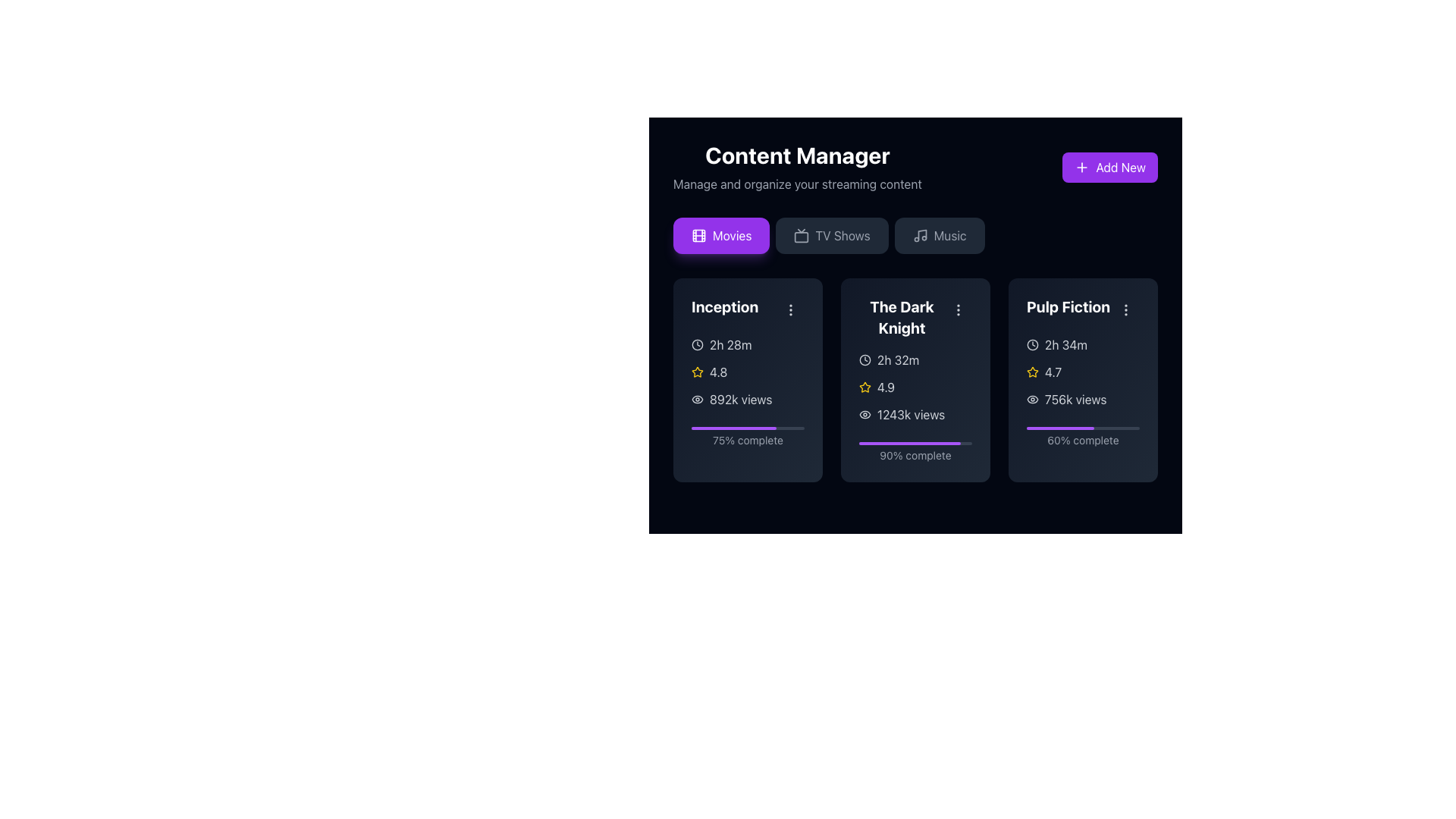 The image size is (1456, 819). Describe the element at coordinates (1125, 309) in the screenshot. I see `the vertical ellipsis icon located in the upper-right area of the 'Pulp Fiction' card` at that location.